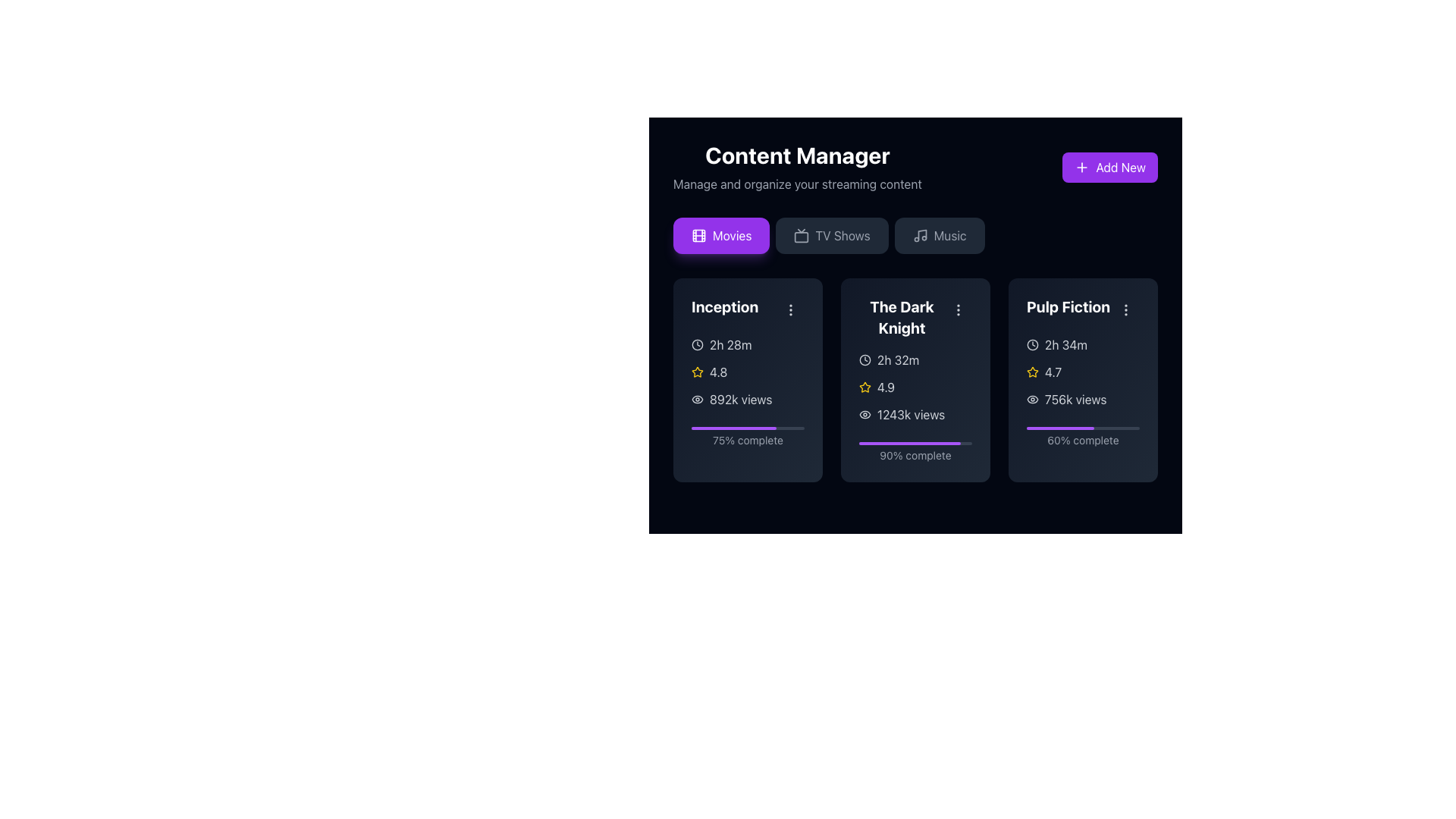 The image size is (1456, 819). Describe the element at coordinates (1125, 309) in the screenshot. I see `the vertical ellipsis icon located in the upper-right area of the 'Pulp Fiction' card` at that location.